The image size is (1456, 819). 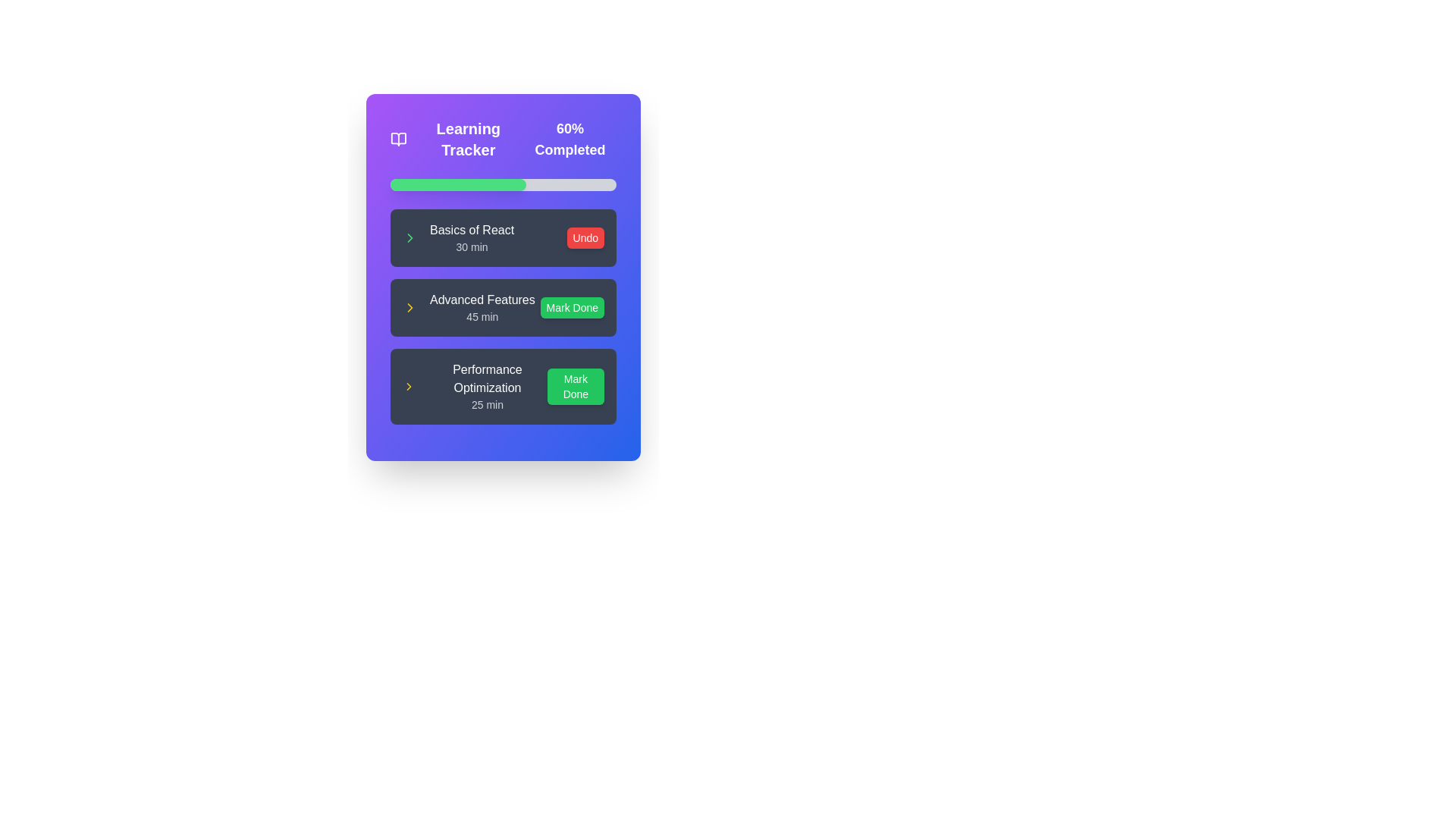 I want to click on the green progress bar element, which is located inside a gray background progress track and indicates progress at approximately 60%, so click(x=457, y=184).